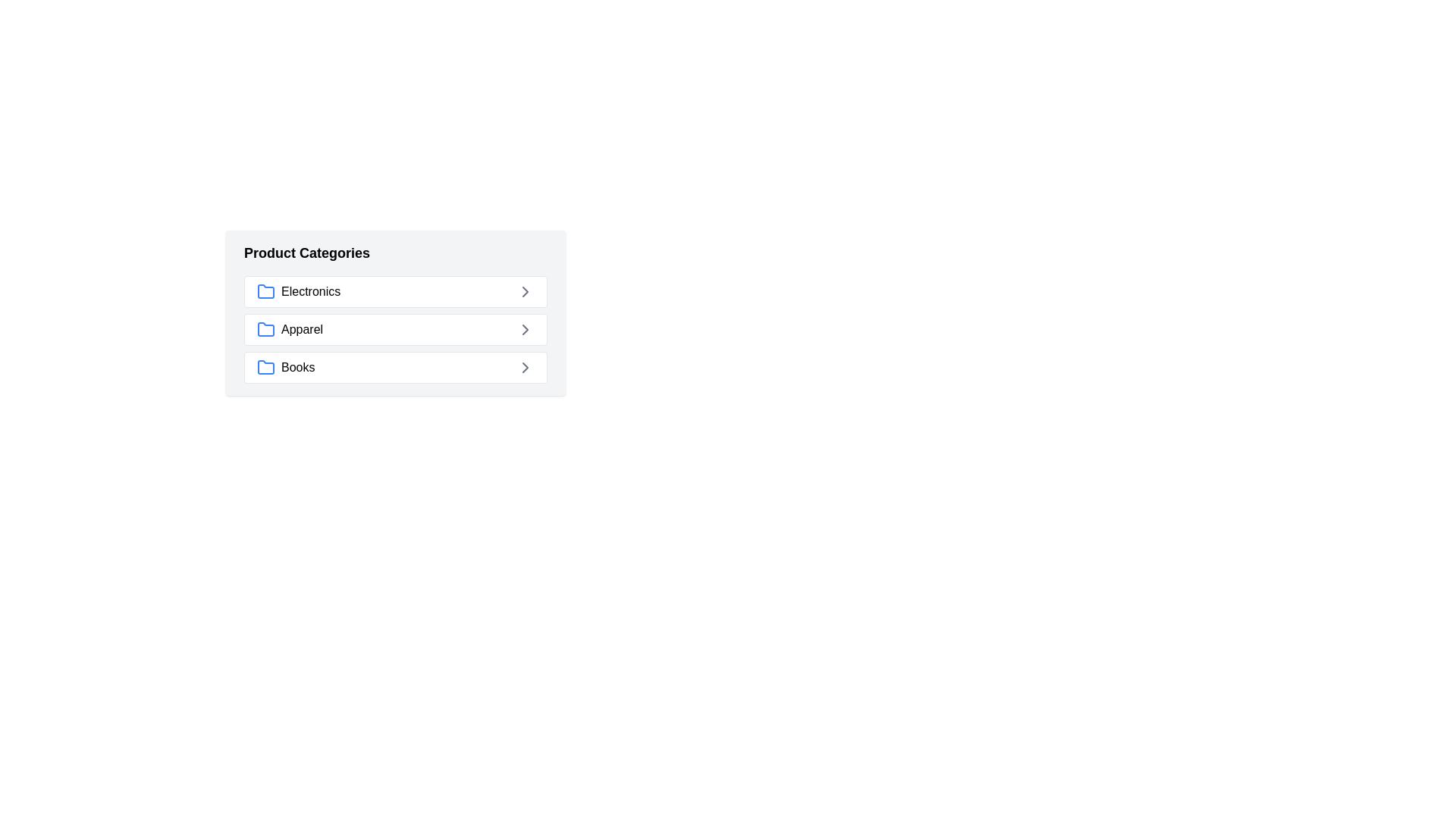 The width and height of the screenshot is (1456, 819). Describe the element at coordinates (396, 329) in the screenshot. I see `the second item in the 'Product Categories' list, which is the 'Apparel' category` at that location.